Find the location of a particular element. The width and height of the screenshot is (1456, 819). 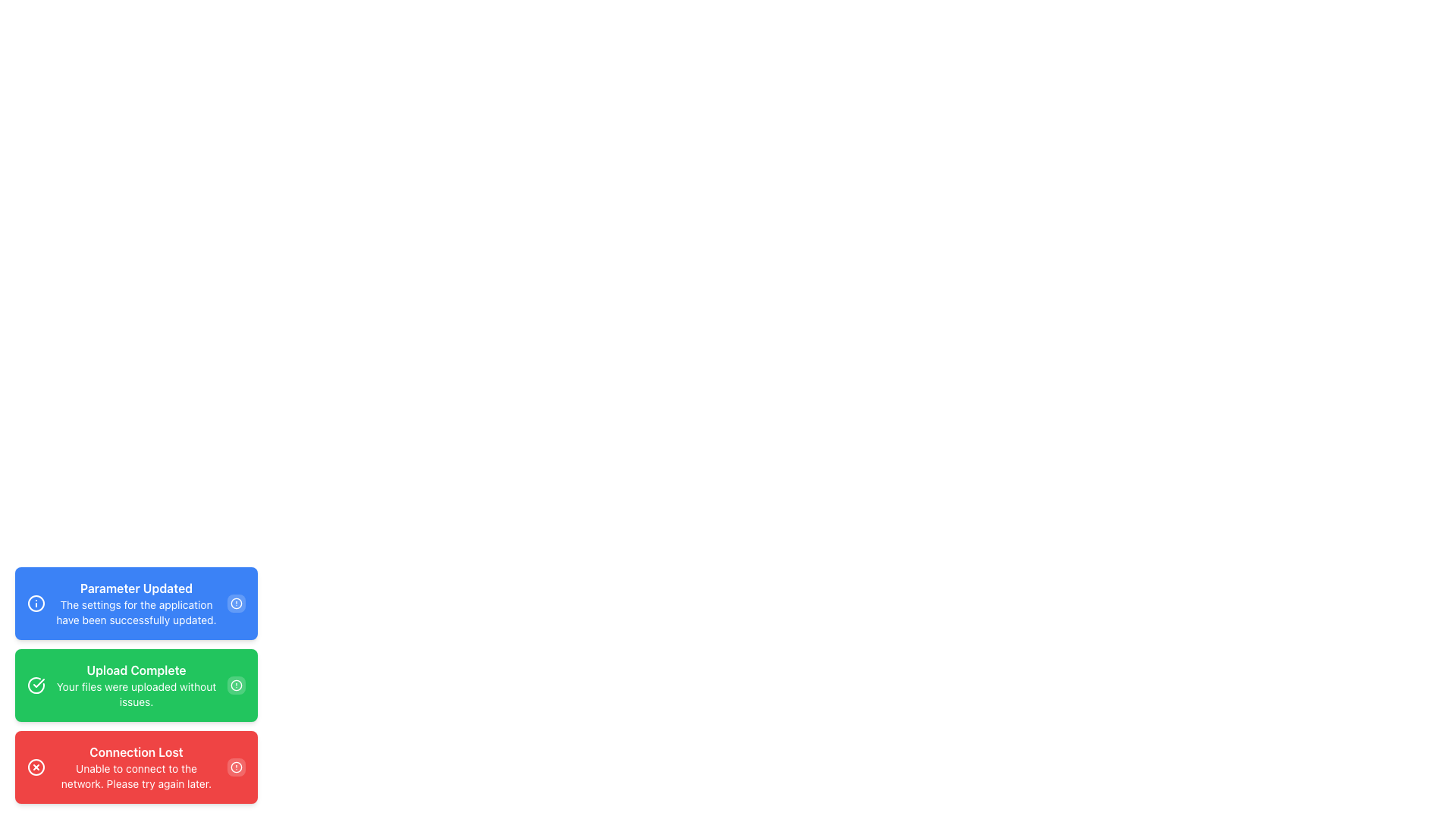

bold white text 'Connection Lost' from the prominent header Text Label with a red background, located above the subtitle in the third card of the vertical list is located at coordinates (136, 752).